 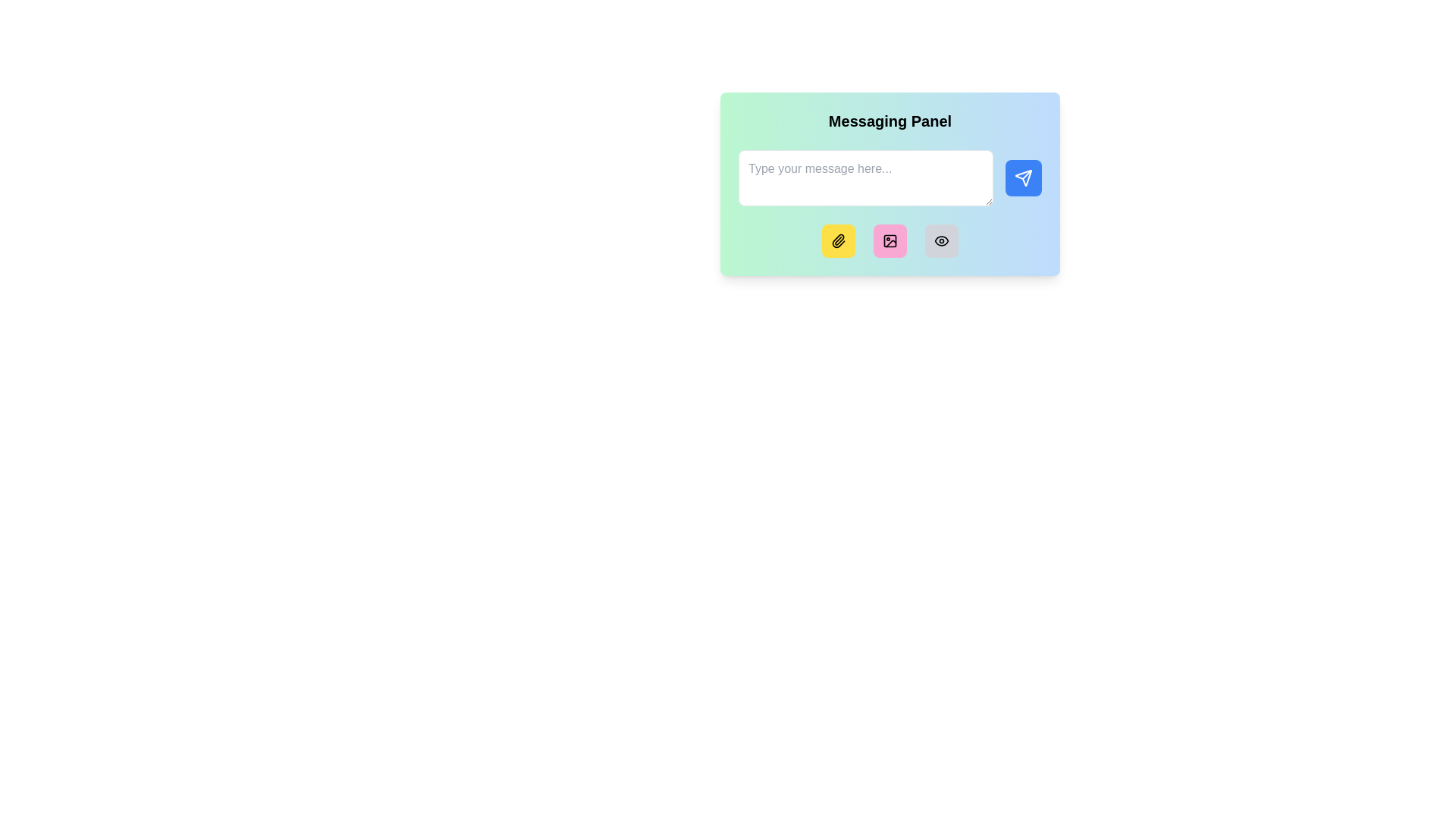 I want to click on the paper plane icon, so click(x=1023, y=177).